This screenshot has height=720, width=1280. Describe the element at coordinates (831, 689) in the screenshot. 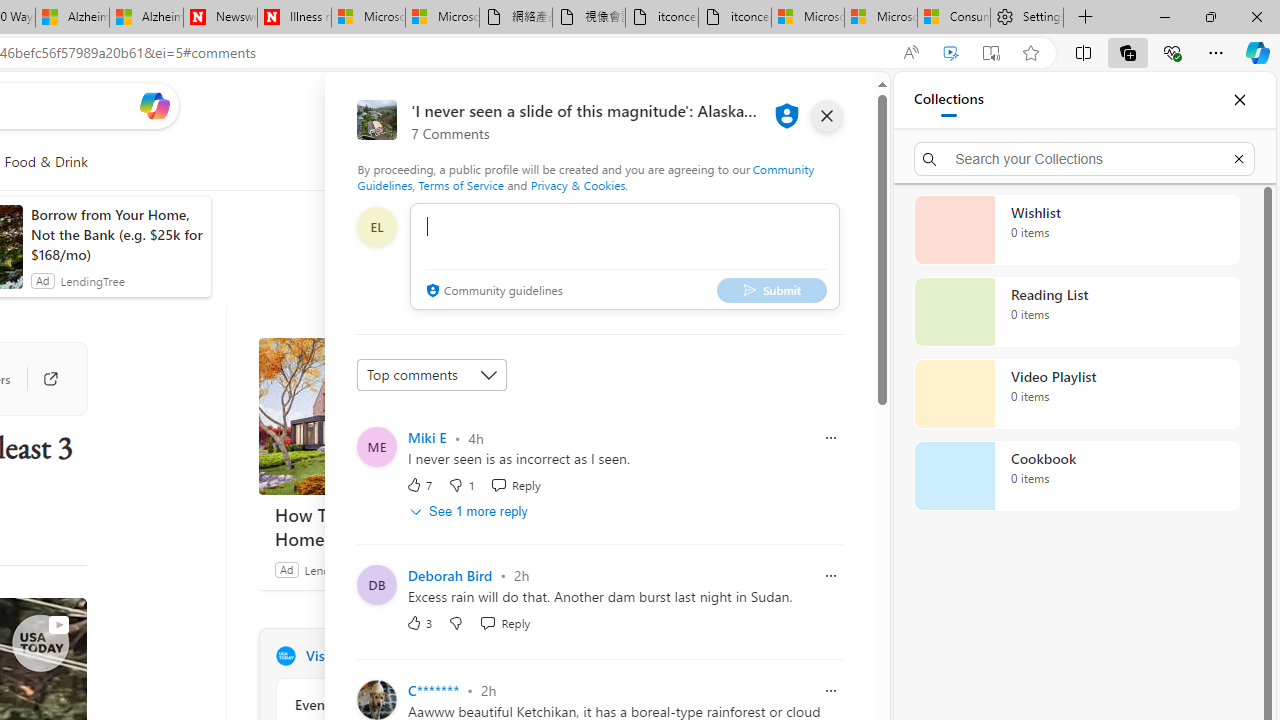

I see `'Report comment'` at that location.